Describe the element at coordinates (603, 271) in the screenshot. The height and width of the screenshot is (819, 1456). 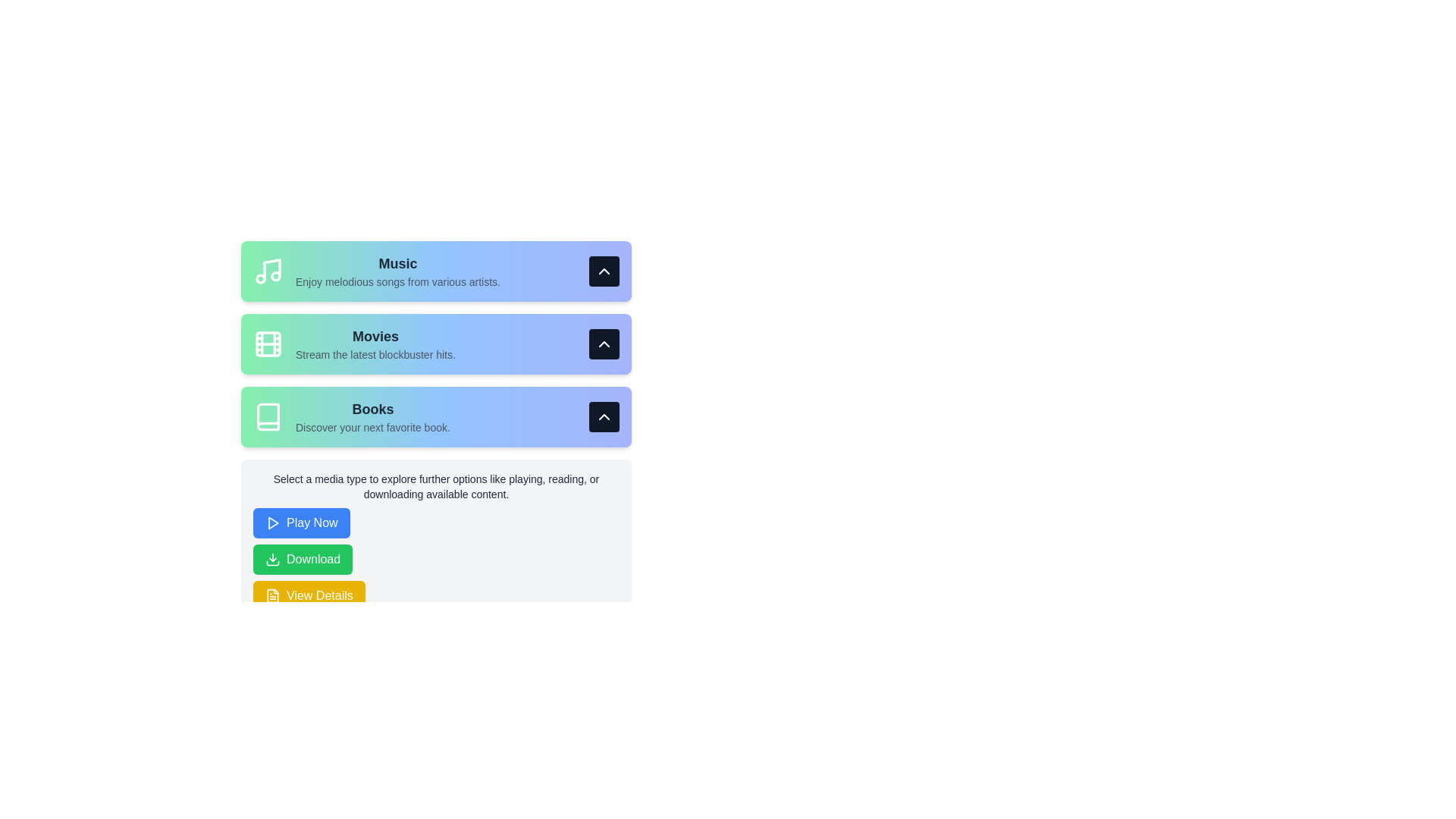
I see `the interactive button located at the top-right corner of the 'Music' list item box` at that location.